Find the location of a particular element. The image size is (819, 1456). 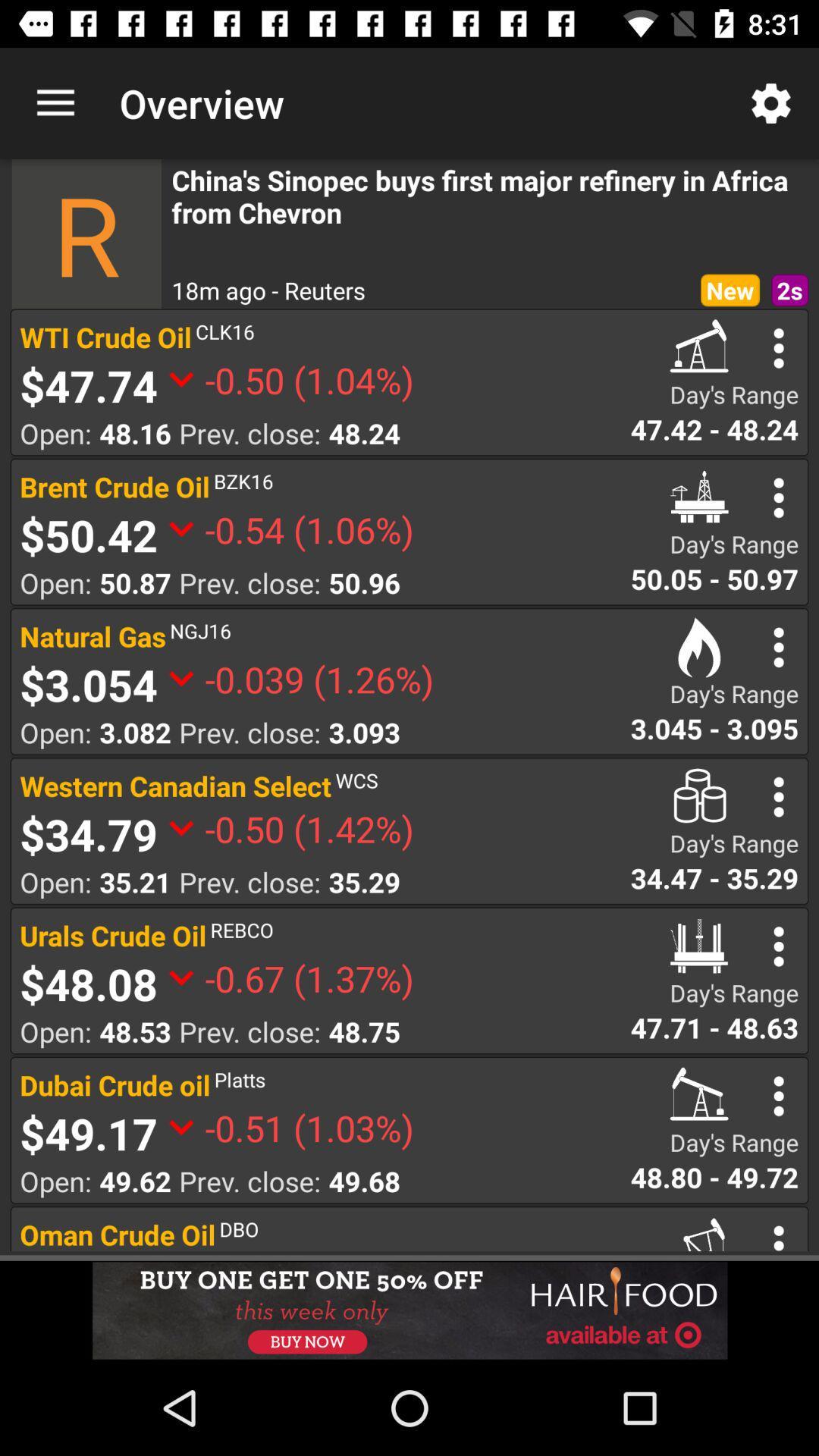

tap the option button to the right corner of oman crude oil is located at coordinates (779, 1235).